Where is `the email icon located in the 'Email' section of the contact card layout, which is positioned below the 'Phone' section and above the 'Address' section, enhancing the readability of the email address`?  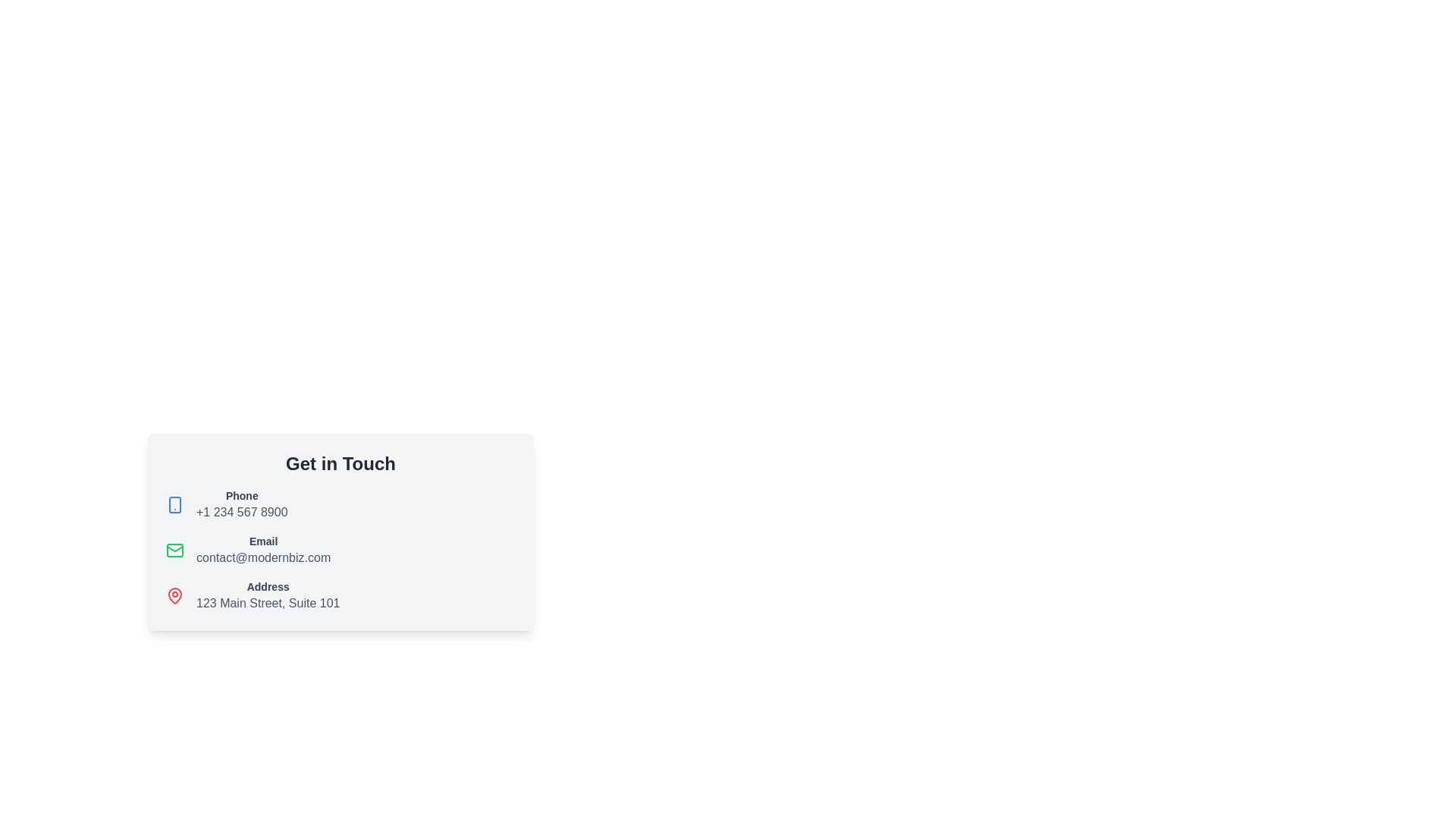
the email icon located in the 'Email' section of the contact card layout, which is positioned below the 'Phone' section and above the 'Address' section, enhancing the readability of the email address is located at coordinates (174, 550).